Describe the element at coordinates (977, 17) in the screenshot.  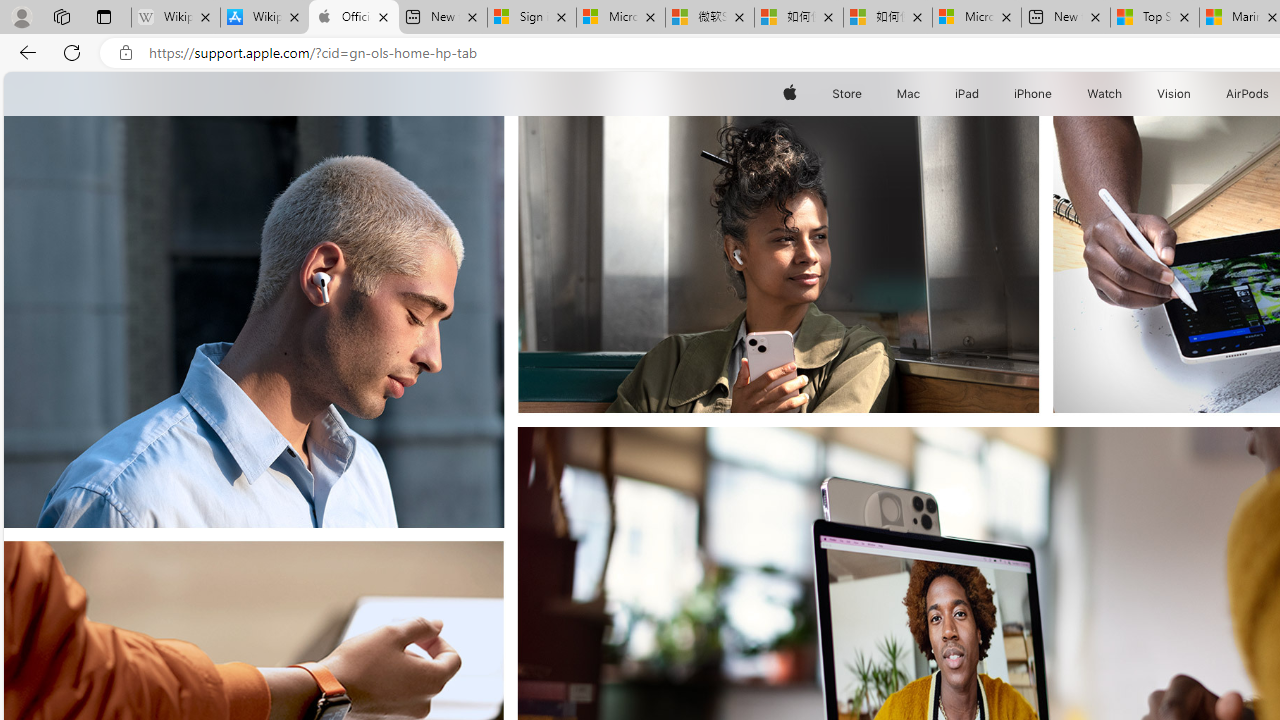
I see `'Microsoft account | Account Checkup'` at that location.